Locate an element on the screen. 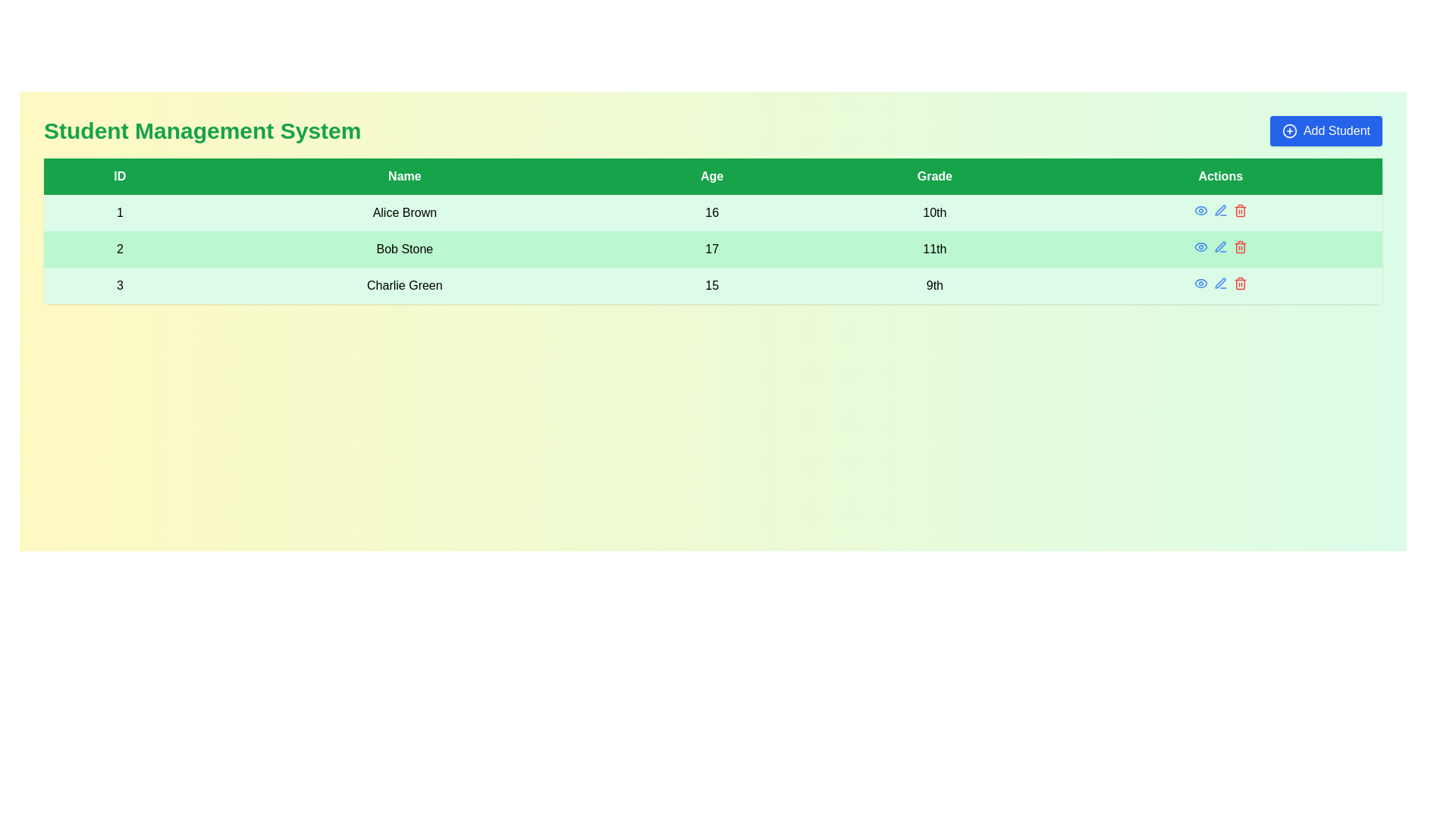 This screenshot has width=1456, height=819. the delete icon located in the third row of the table under the actions column to initiate the delete action for the entry Charlie Green is located at coordinates (1240, 284).